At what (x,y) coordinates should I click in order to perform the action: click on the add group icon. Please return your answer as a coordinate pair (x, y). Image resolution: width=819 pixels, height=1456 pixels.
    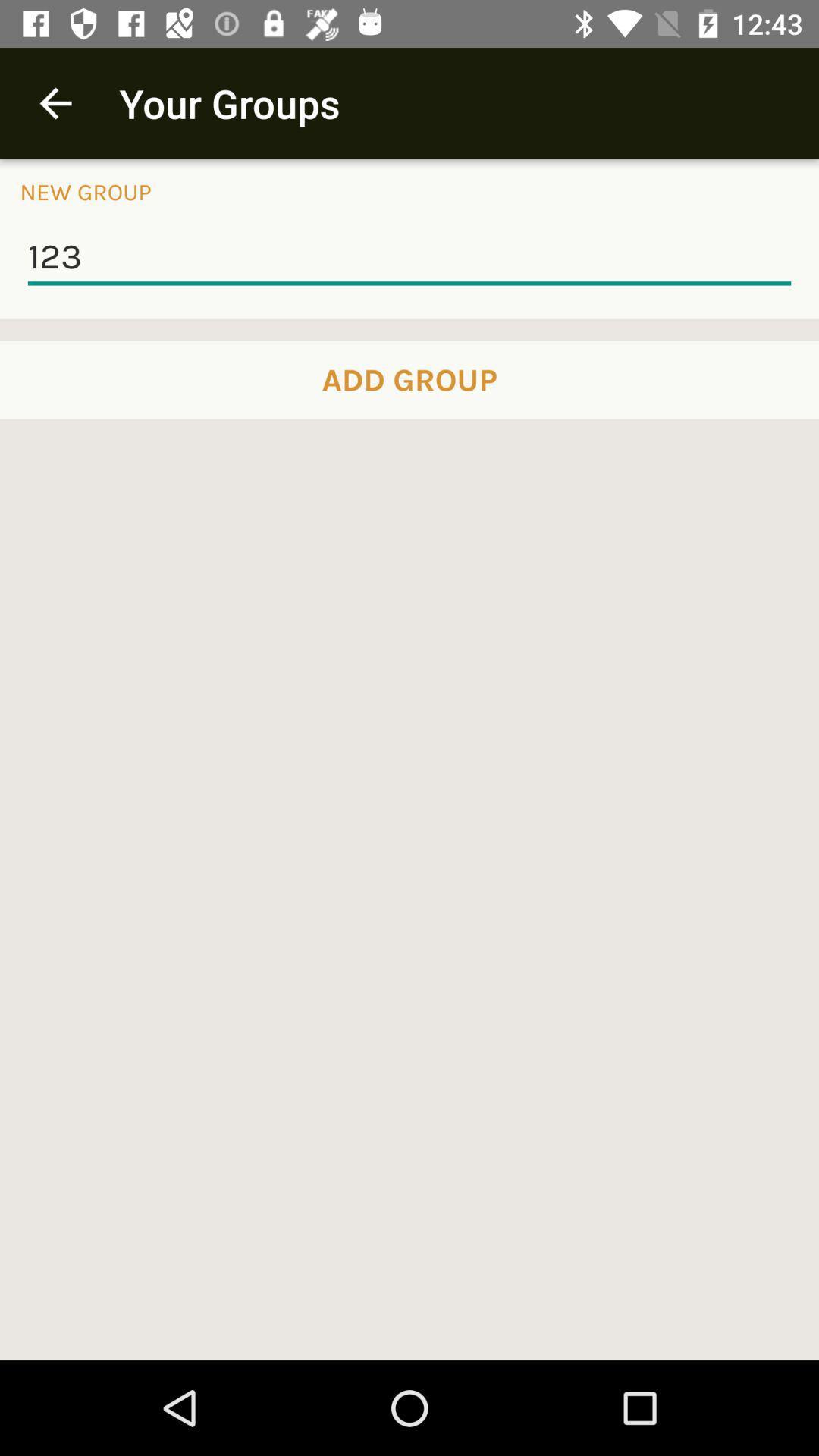
    Looking at the image, I should click on (409, 380).